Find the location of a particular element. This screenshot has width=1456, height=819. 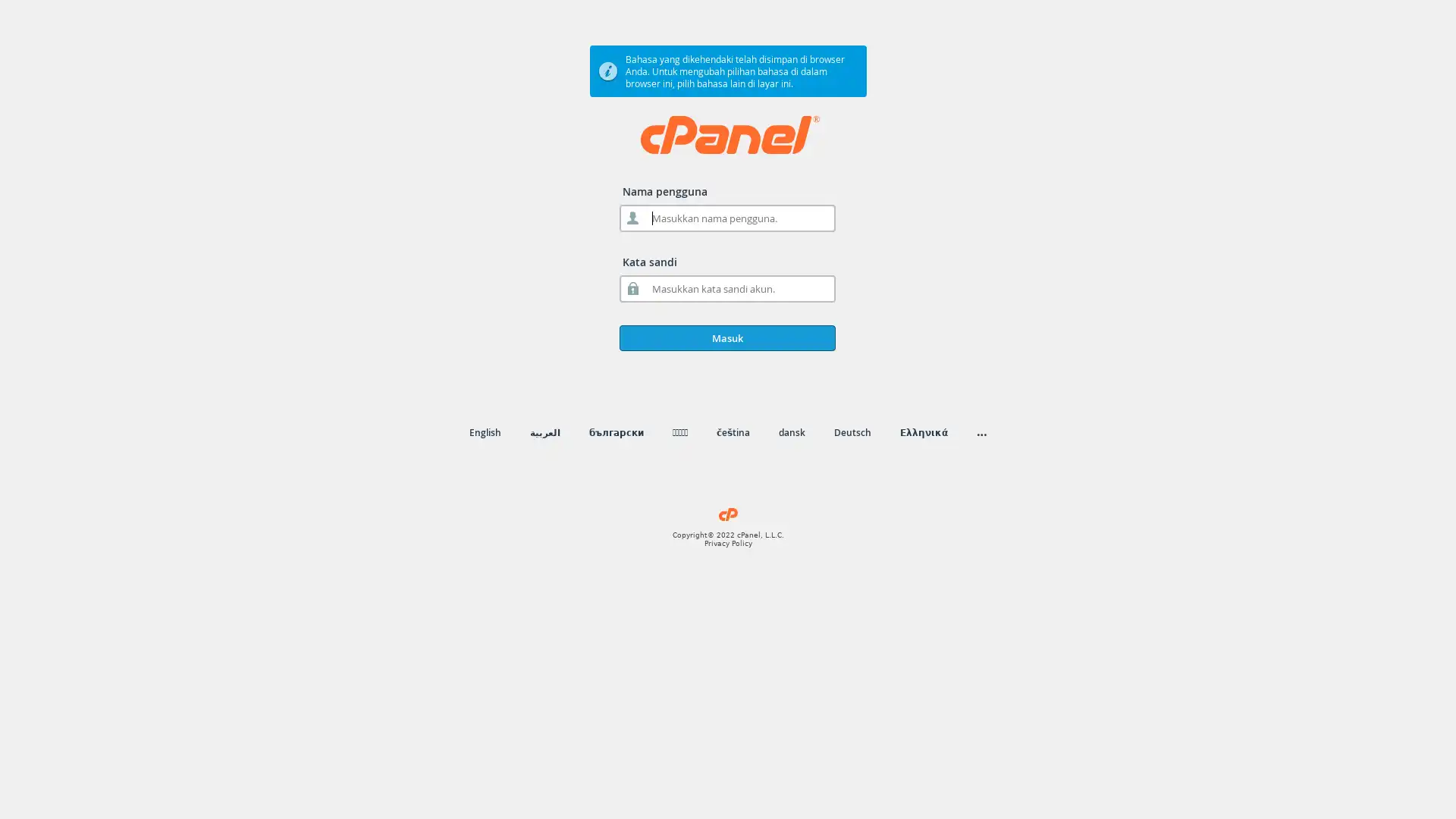

Masuk is located at coordinates (726, 337).